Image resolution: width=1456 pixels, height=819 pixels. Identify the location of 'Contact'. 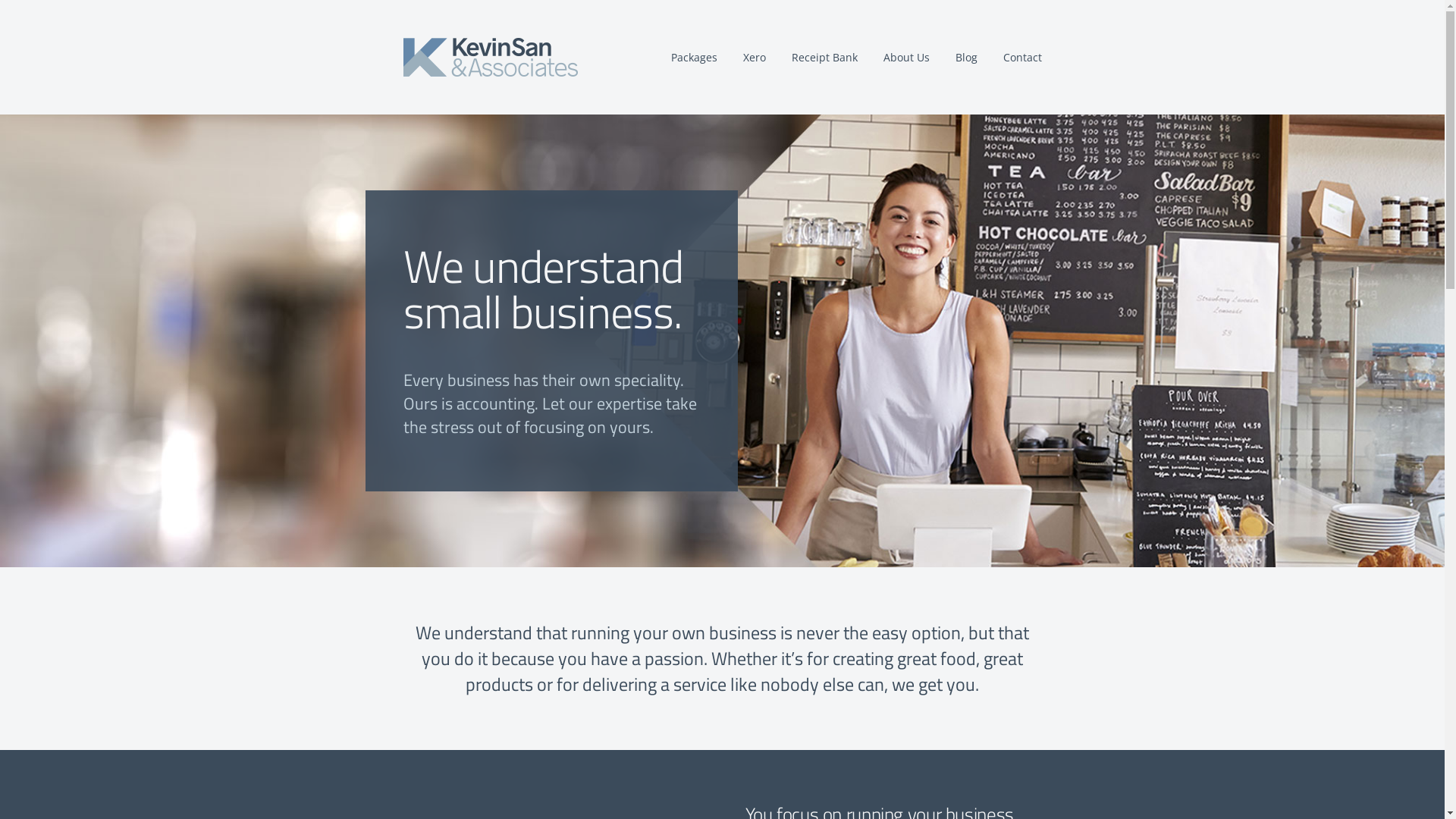
(1021, 56).